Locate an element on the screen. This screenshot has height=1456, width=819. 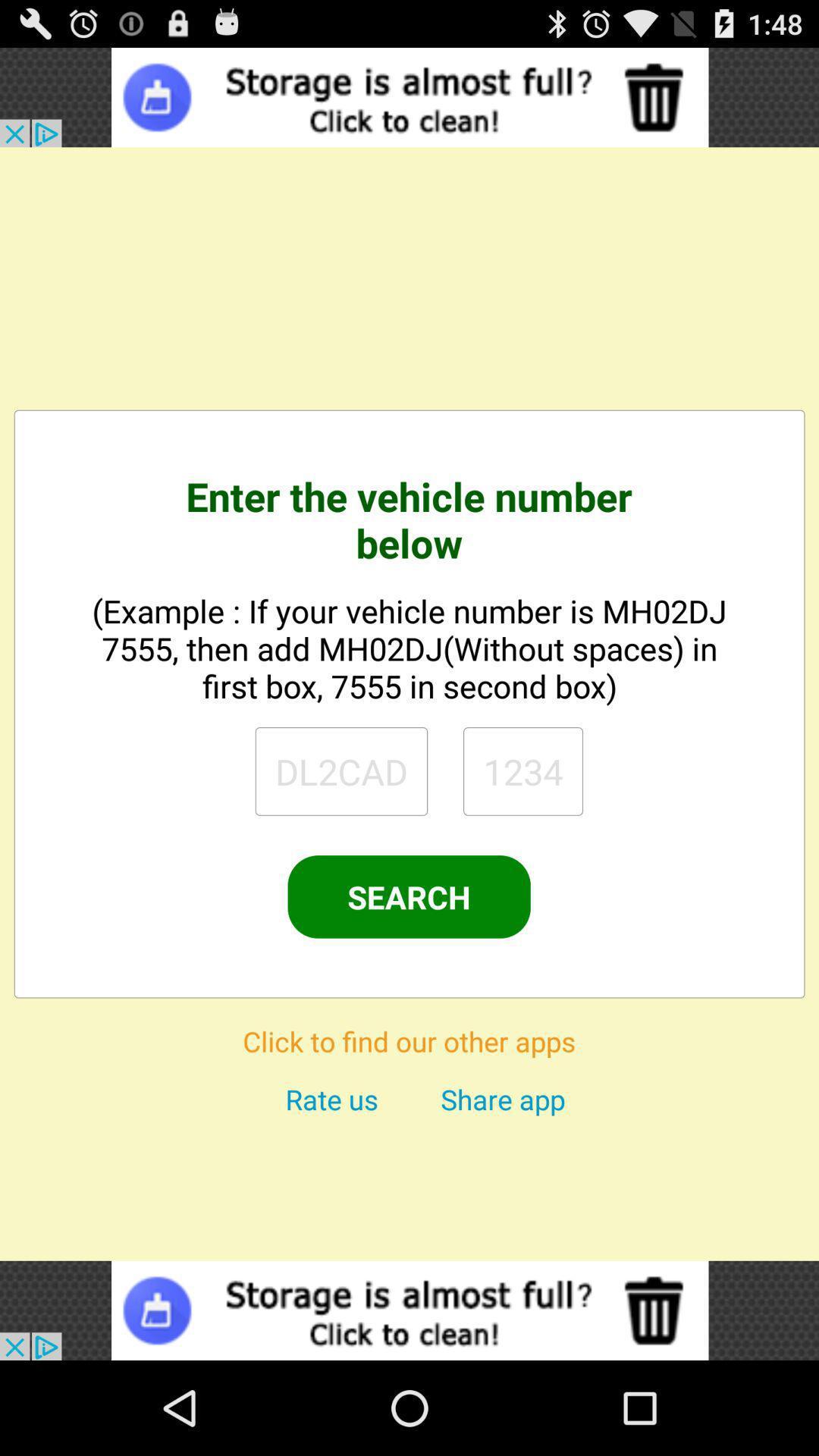
delete the app is located at coordinates (409, 1310).